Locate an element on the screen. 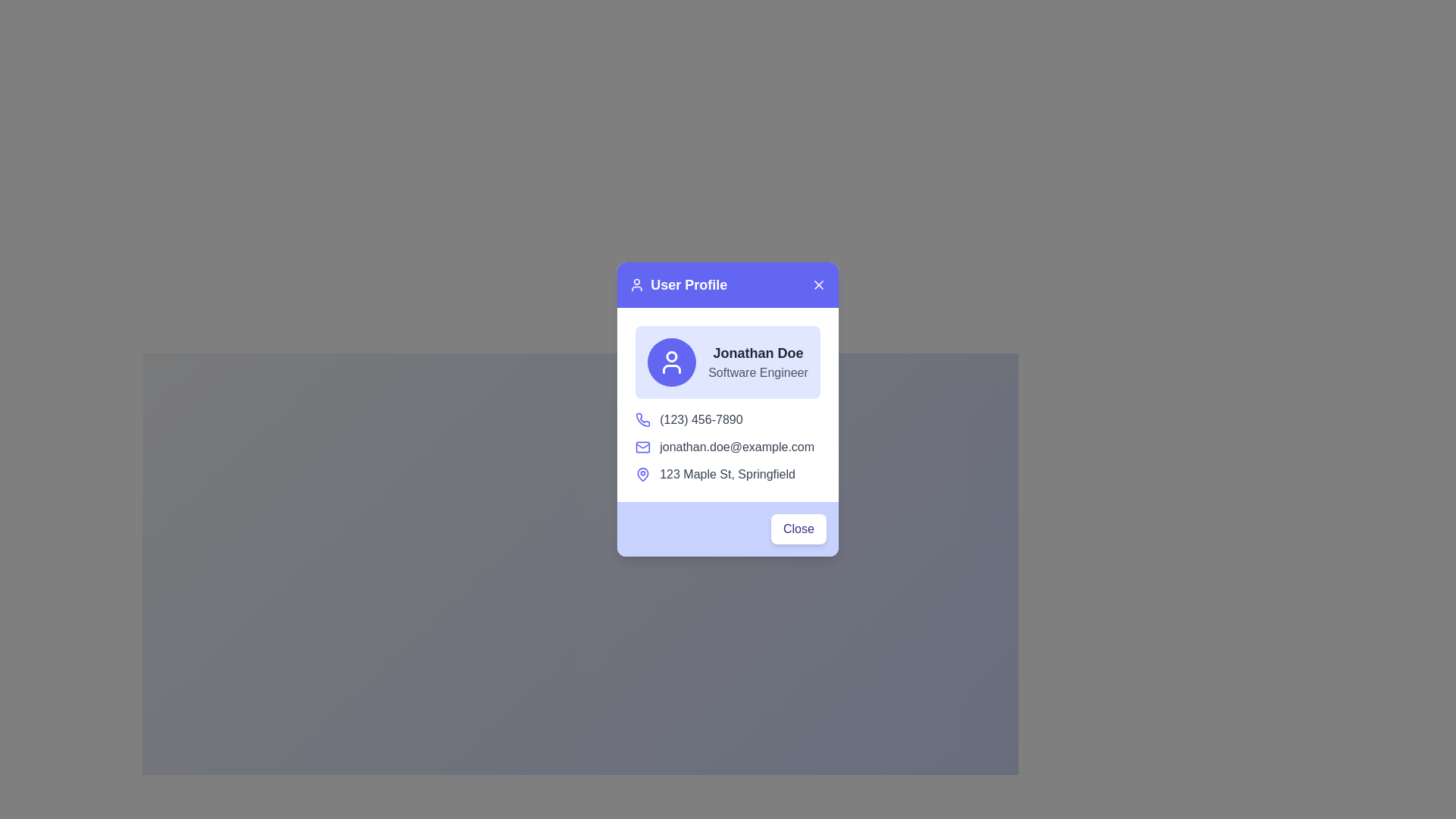  the close button located at the bottom-right corner of the dialog box with a light indigo background is located at coordinates (798, 529).